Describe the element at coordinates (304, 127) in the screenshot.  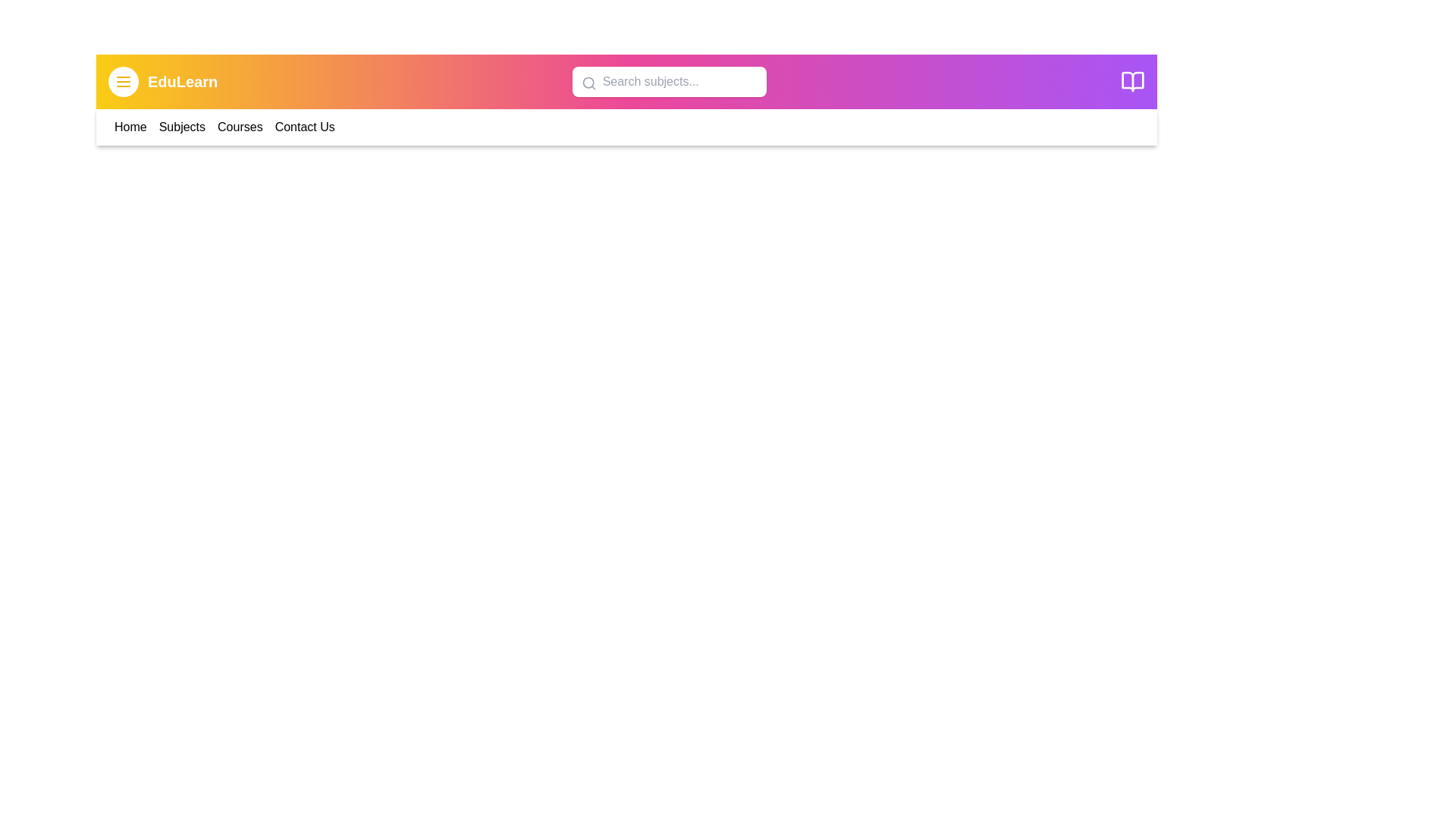
I see `the navigation link Contact Us in the navigation bar` at that location.